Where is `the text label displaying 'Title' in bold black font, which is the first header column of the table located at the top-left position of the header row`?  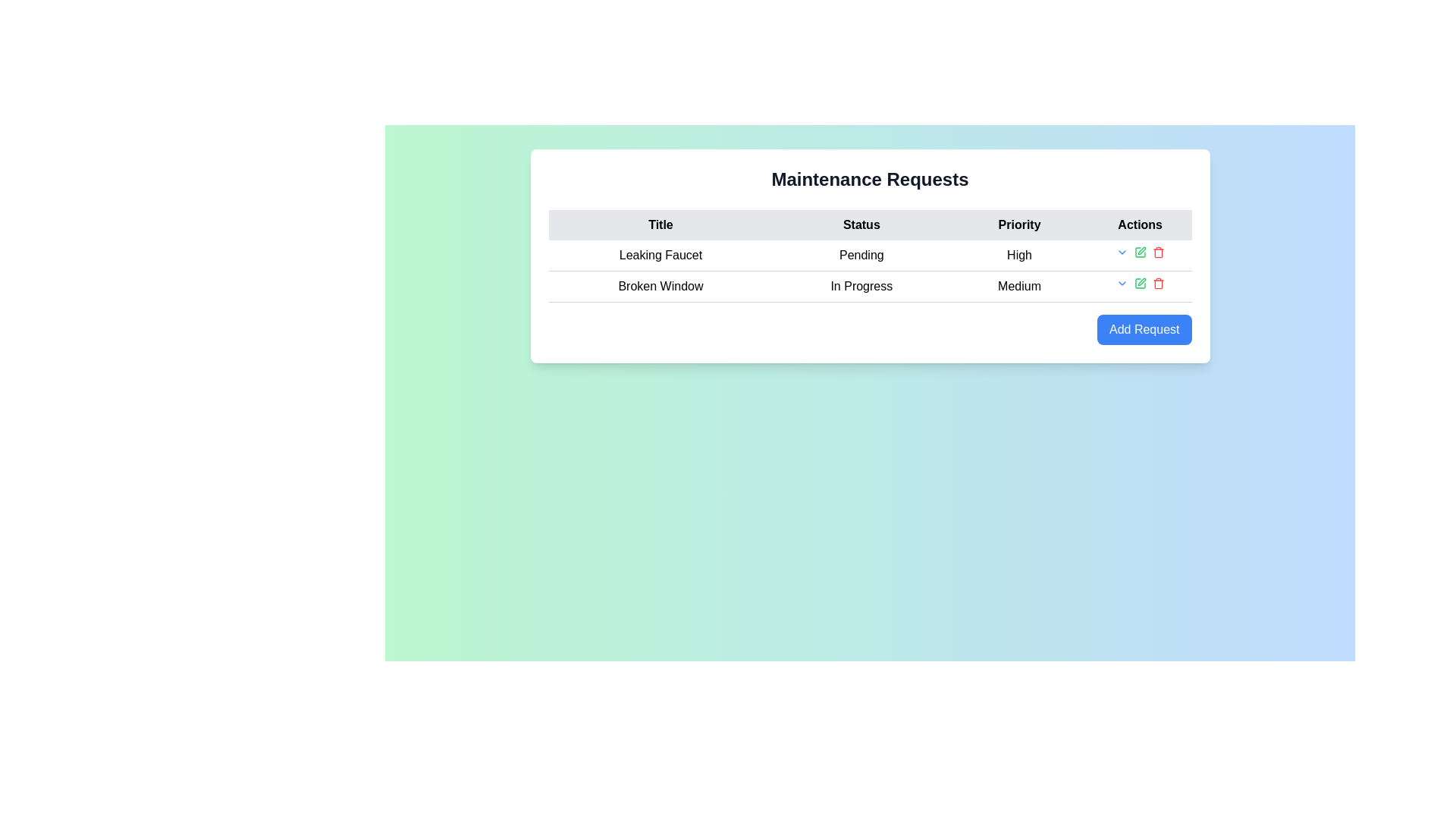 the text label displaying 'Title' in bold black font, which is the first header column of the table located at the top-left position of the header row is located at coordinates (661, 225).